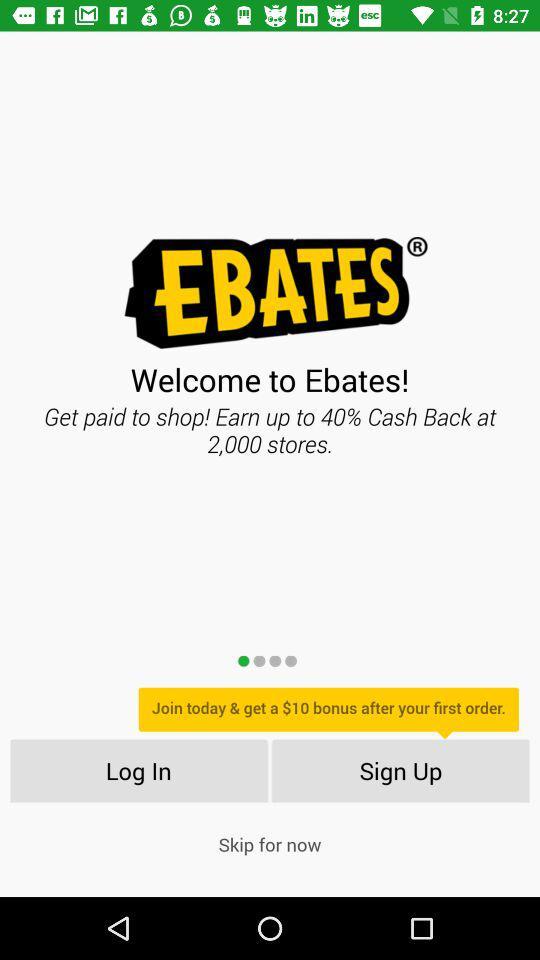 The height and width of the screenshot is (960, 540). What do you see at coordinates (401, 769) in the screenshot?
I see `item to the right of log in icon` at bounding box center [401, 769].